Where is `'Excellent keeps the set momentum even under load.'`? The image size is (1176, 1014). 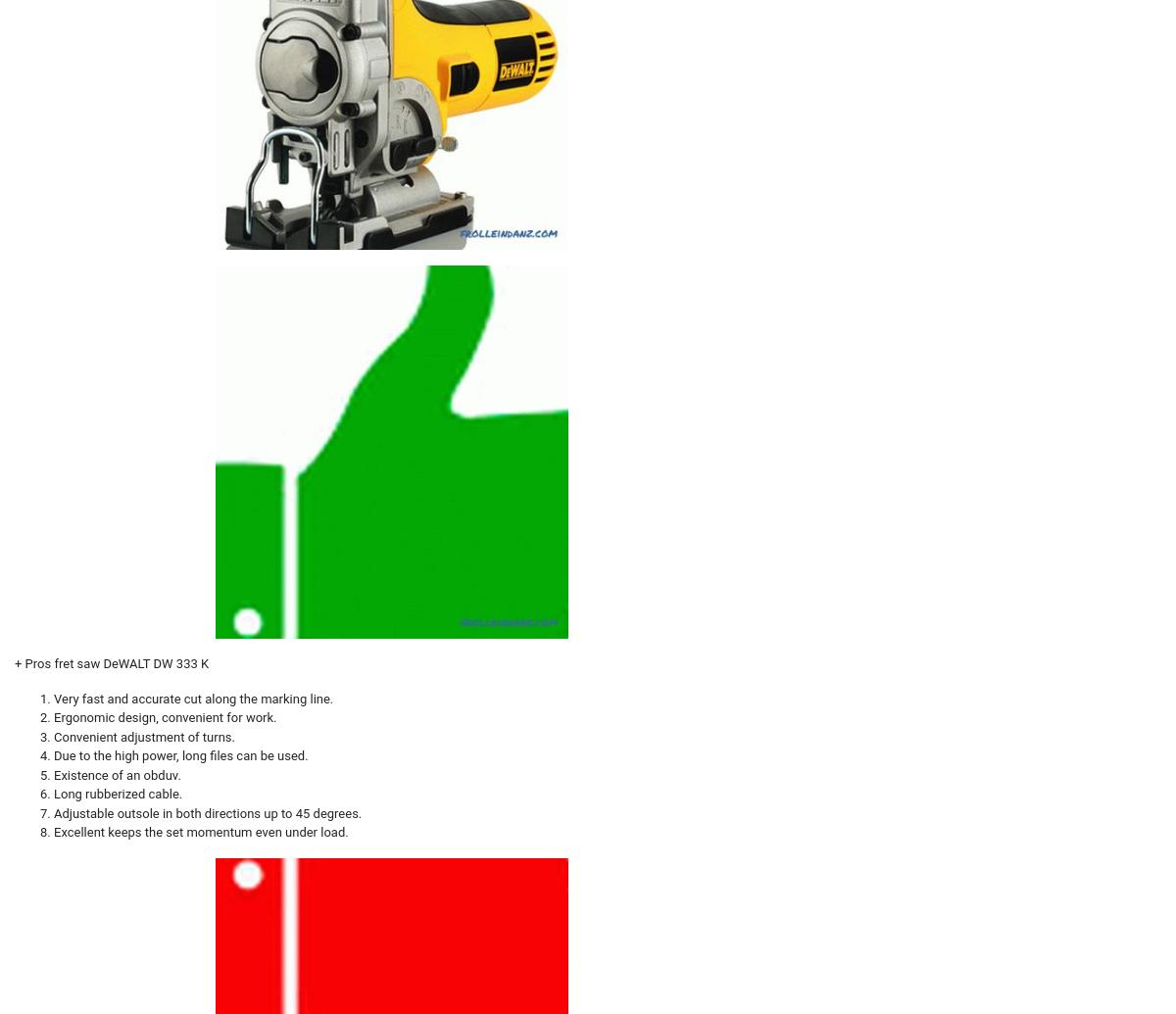
'Excellent keeps the set momentum even under load.' is located at coordinates (199, 831).